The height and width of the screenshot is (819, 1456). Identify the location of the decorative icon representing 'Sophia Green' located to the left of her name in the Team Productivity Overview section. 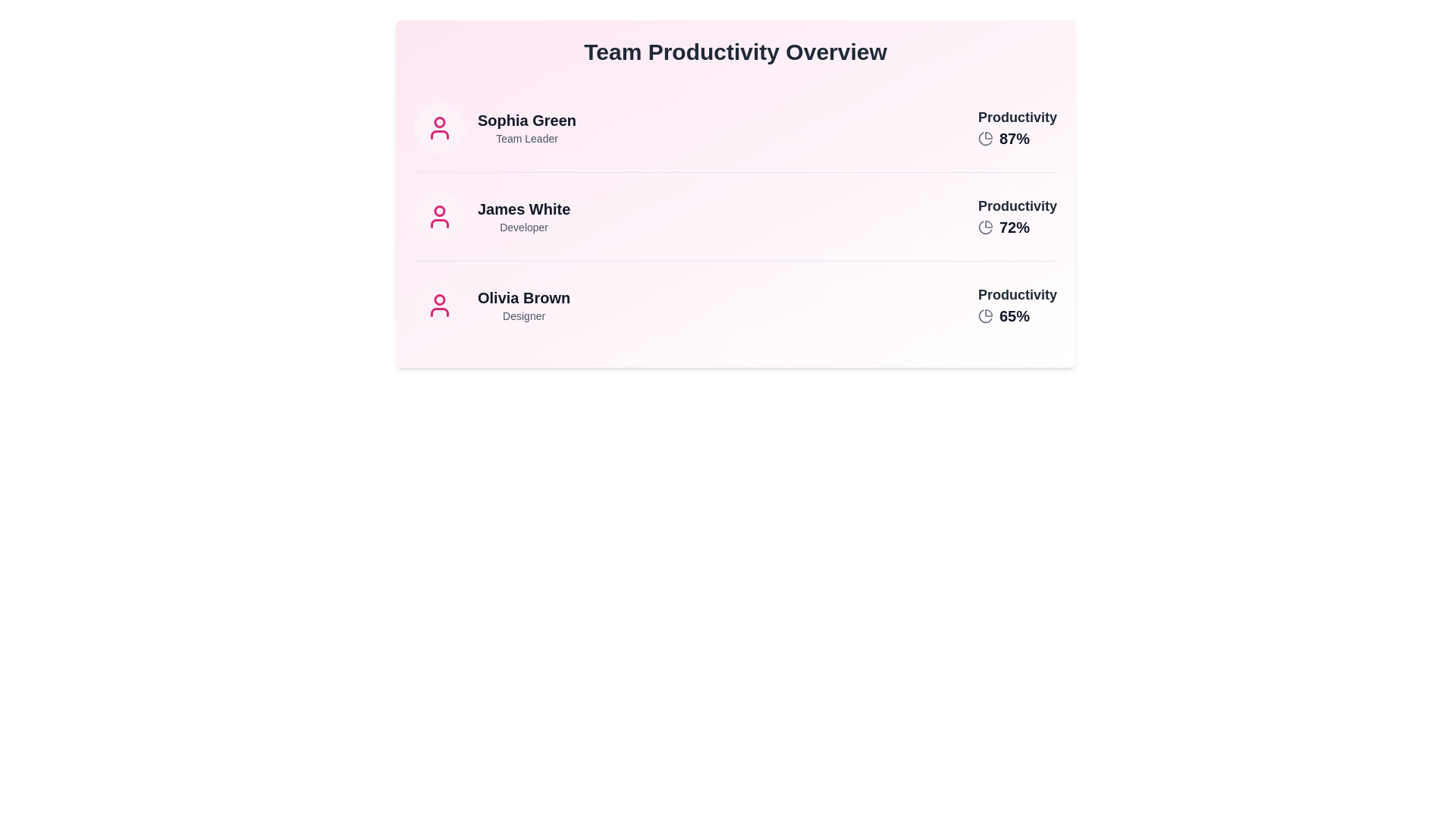
(439, 127).